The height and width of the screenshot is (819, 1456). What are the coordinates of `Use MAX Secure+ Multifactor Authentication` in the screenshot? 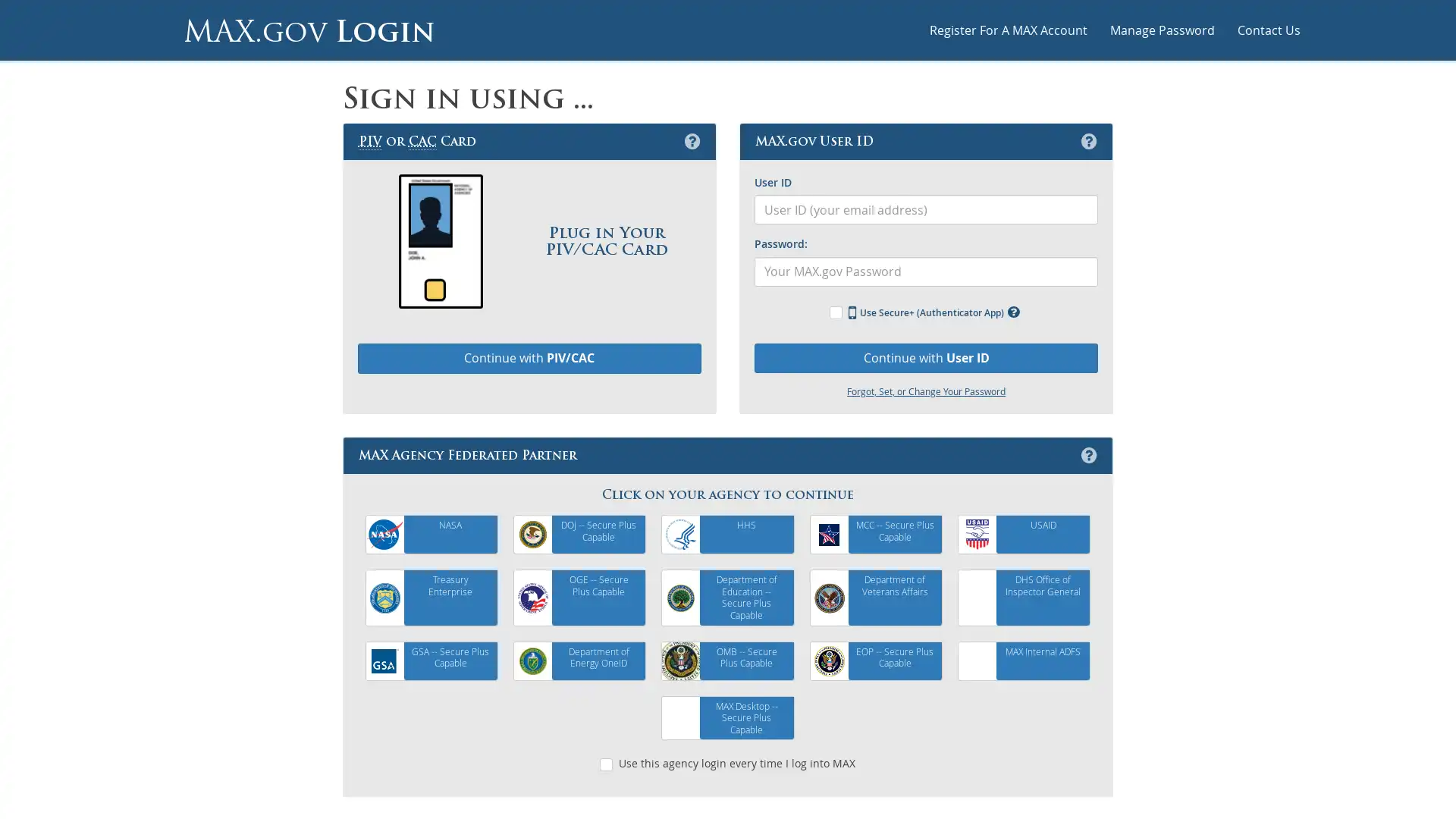 It's located at (1013, 311).